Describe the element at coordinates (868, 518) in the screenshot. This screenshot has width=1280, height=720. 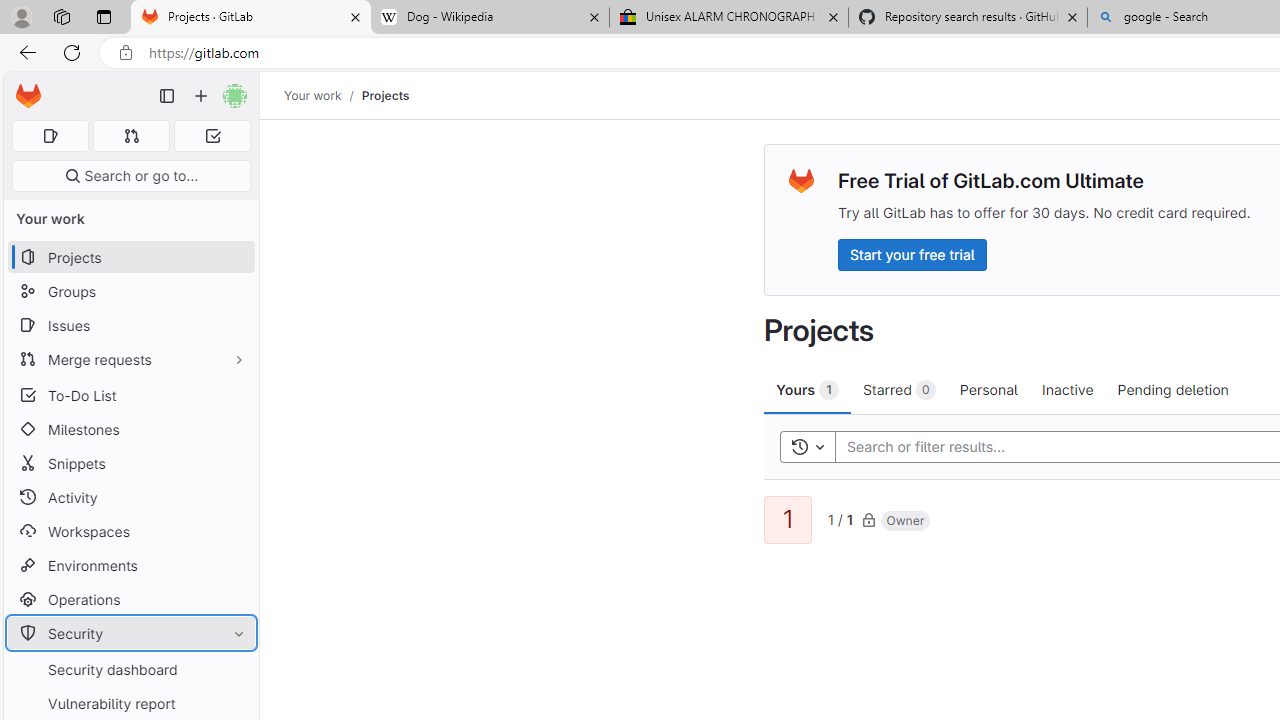
I see `'Class: s16'` at that location.